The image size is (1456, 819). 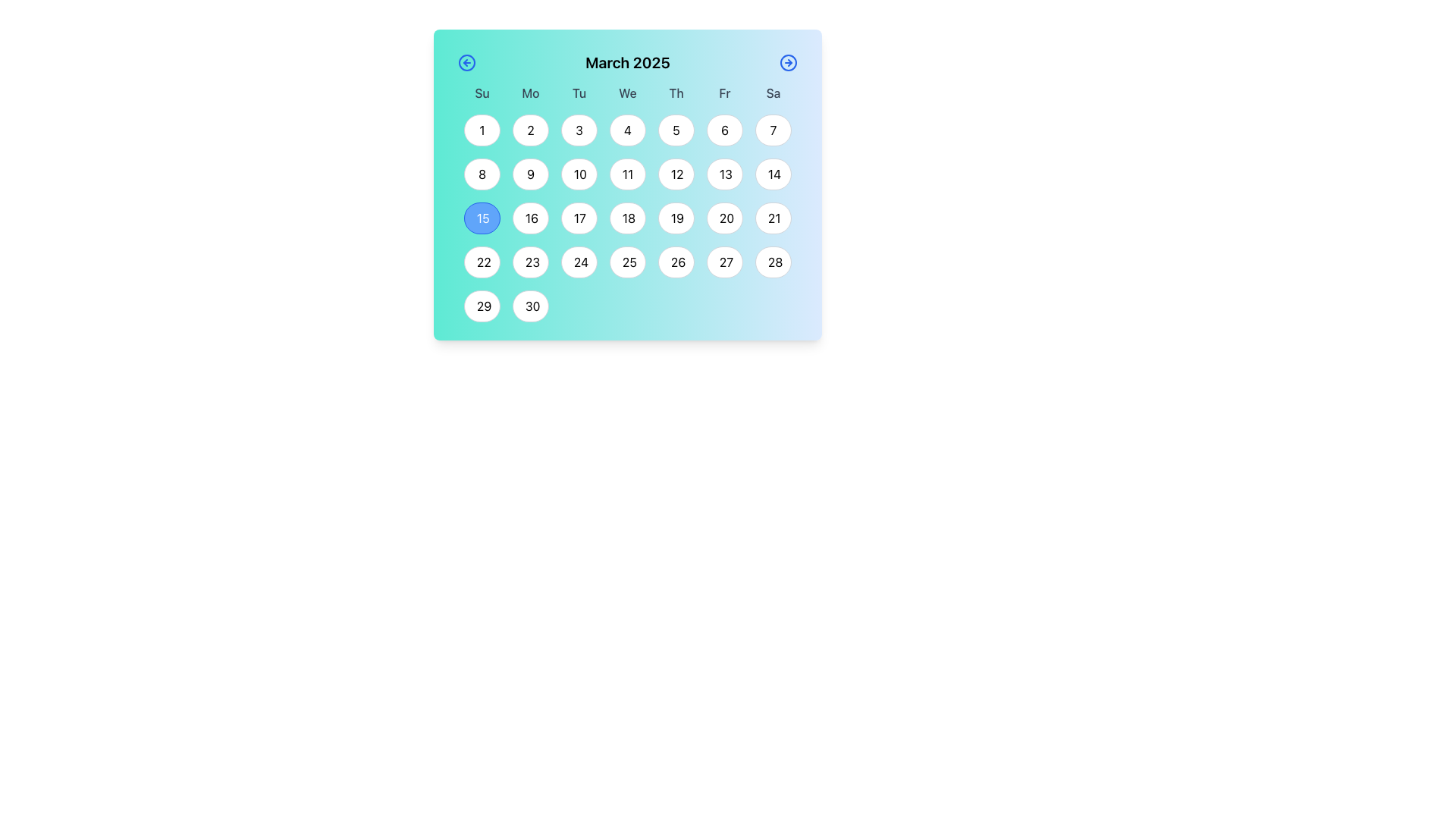 What do you see at coordinates (676, 174) in the screenshot?
I see `the circular button with a white background and black '12' text, located in the calendar grid for Thursday of the second week` at bounding box center [676, 174].